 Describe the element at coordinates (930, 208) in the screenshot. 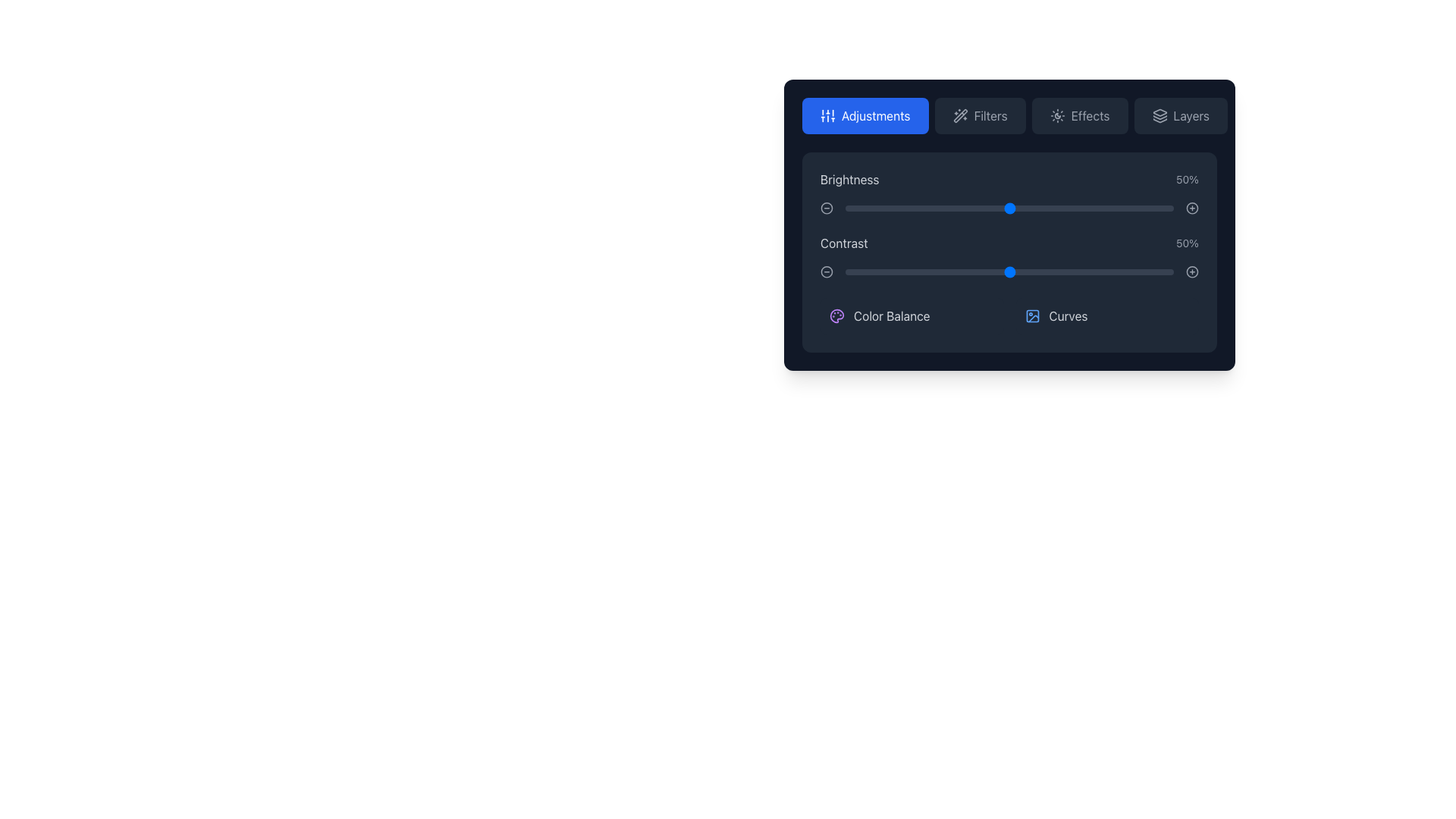

I see `Brightness slider` at that location.